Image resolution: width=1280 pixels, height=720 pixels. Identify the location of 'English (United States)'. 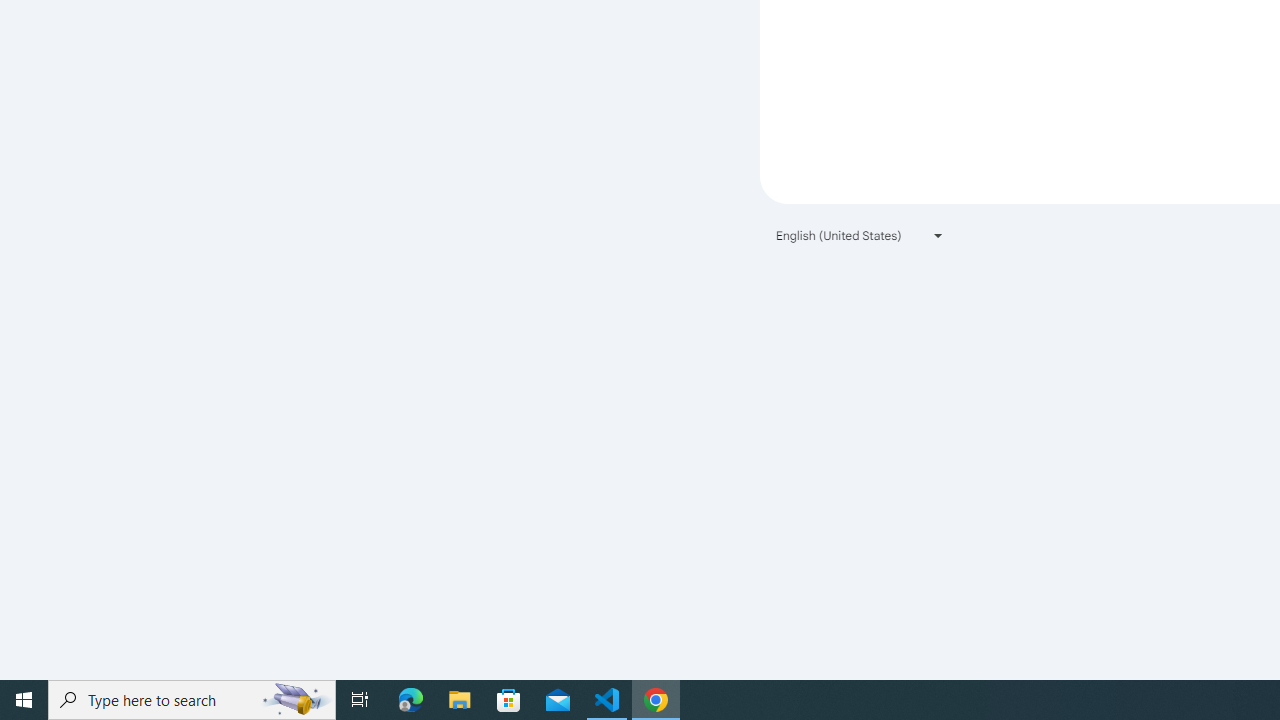
(860, 234).